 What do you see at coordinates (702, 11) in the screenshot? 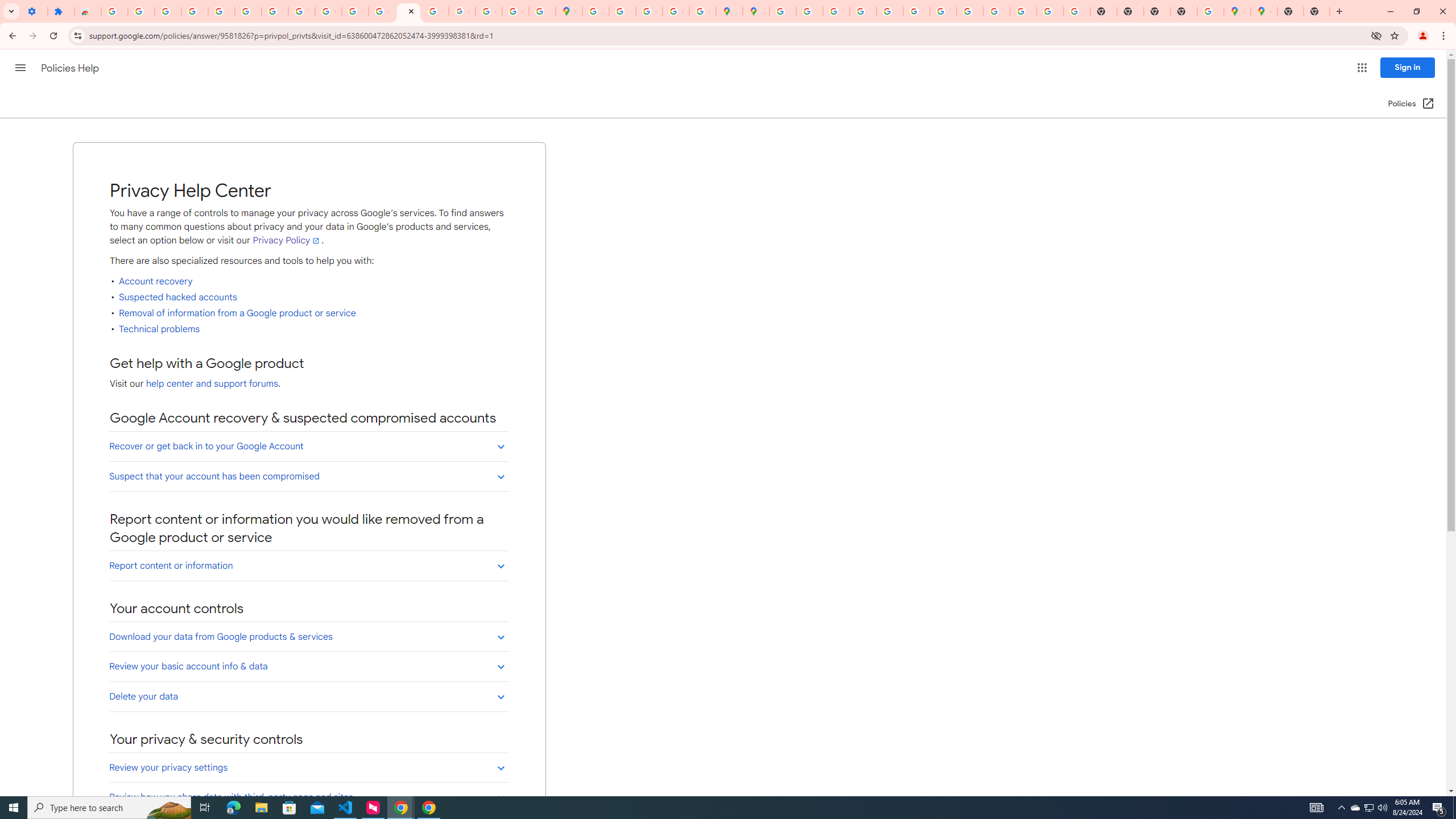
I see `'Safety in Our Products - Google Safety Center'` at bounding box center [702, 11].